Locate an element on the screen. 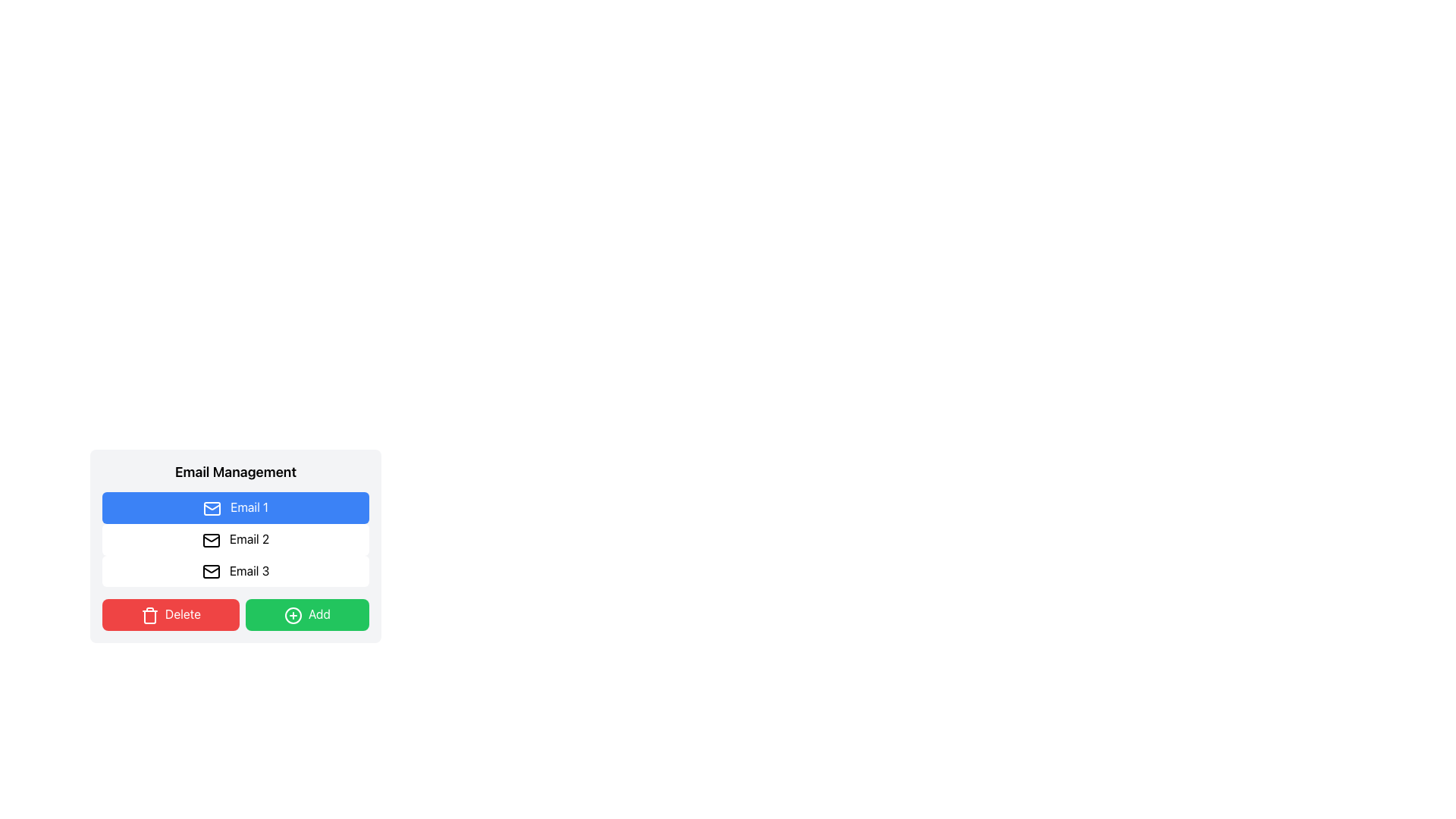 This screenshot has width=1456, height=819. the slanted lines of the opened envelope icon associated with the second email entry ('Email 2') in the 'Email Management' section is located at coordinates (210, 538).